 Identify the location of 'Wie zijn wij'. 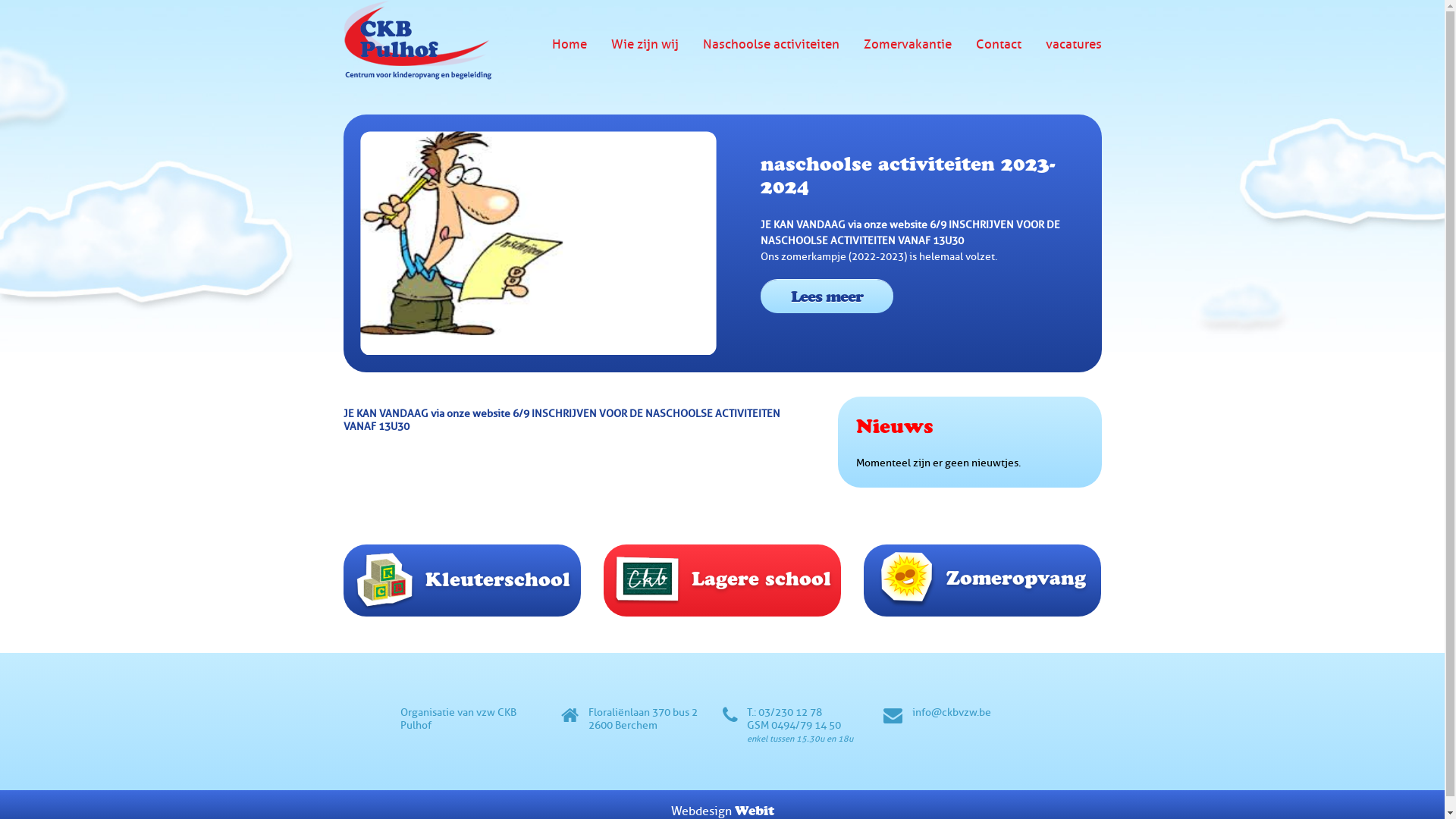
(645, 43).